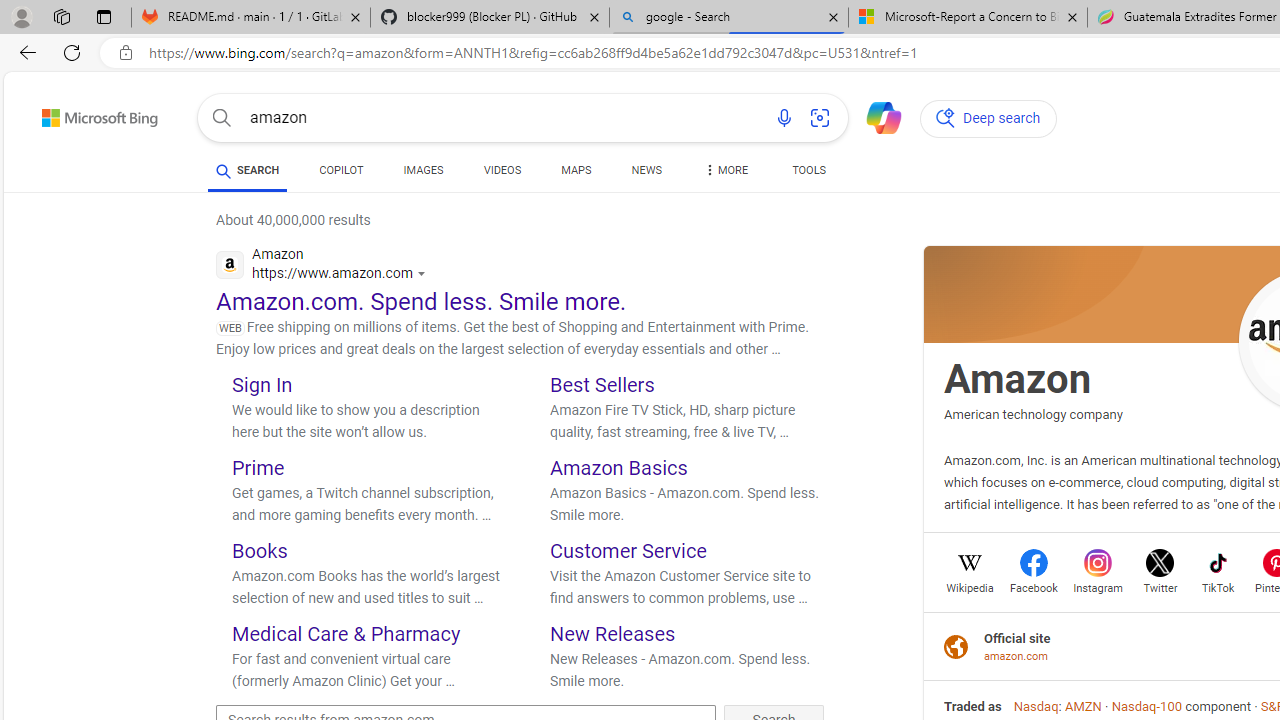 The height and width of the screenshot is (720, 1280). What do you see at coordinates (601, 384) in the screenshot?
I see `'Best Sellers'` at bounding box center [601, 384].